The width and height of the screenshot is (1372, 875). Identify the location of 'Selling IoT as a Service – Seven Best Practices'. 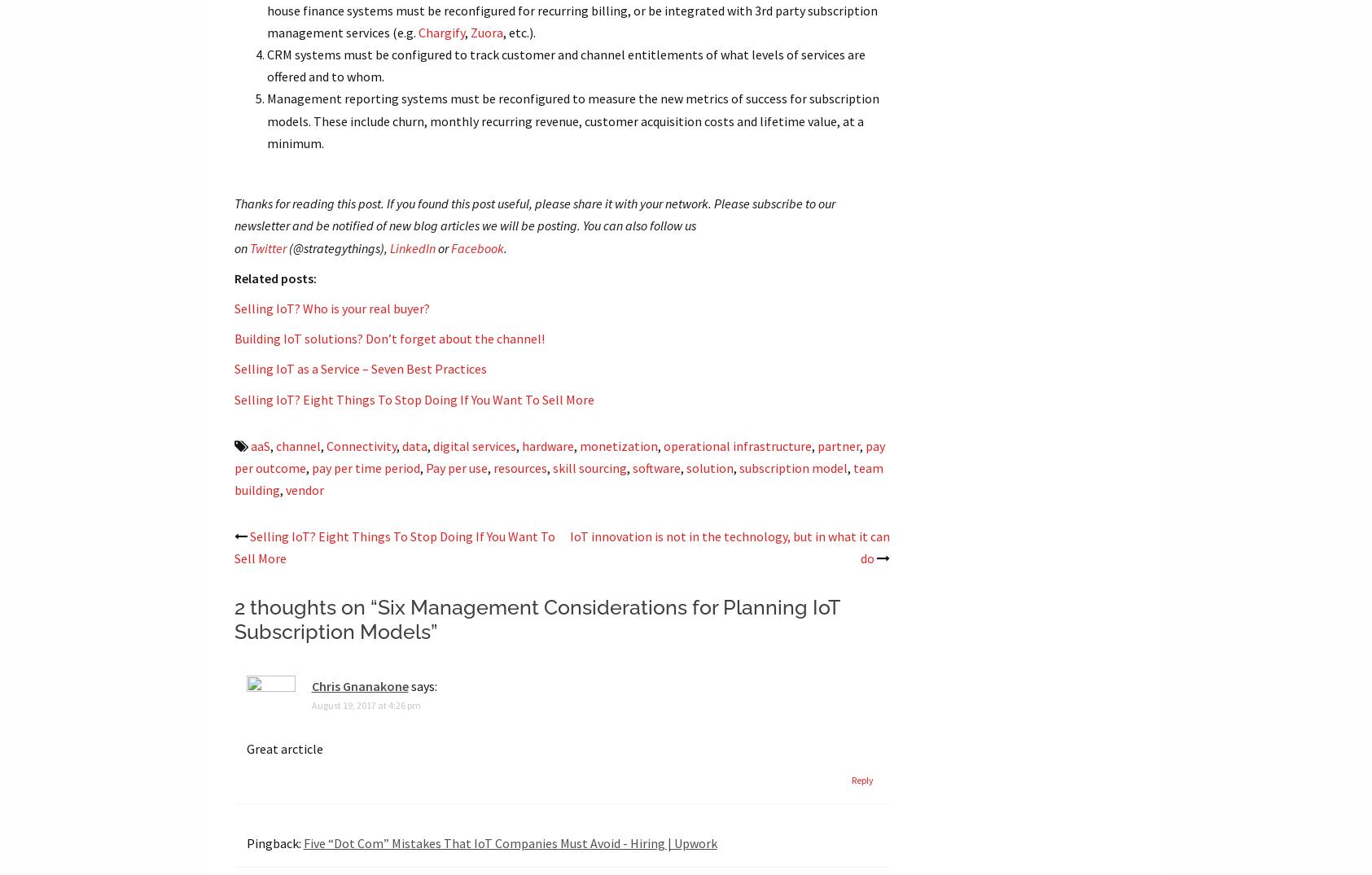
(358, 369).